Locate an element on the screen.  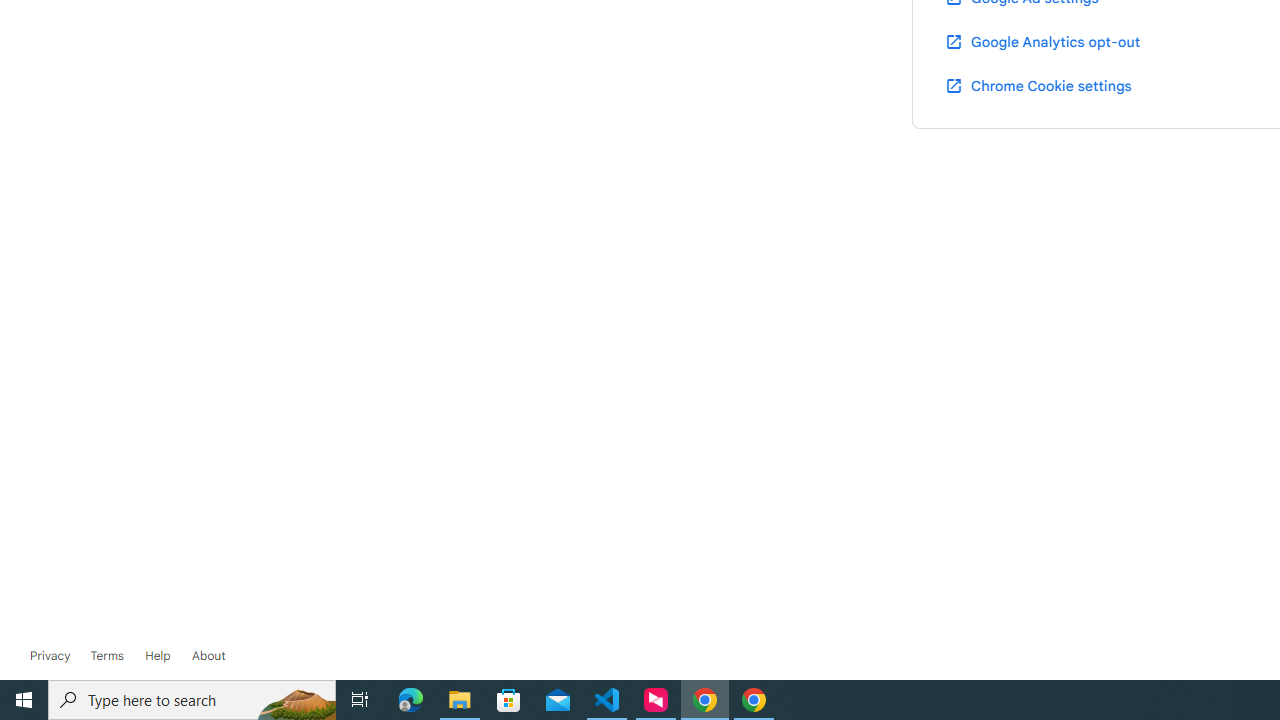
'Google Analytics opt-out' is located at coordinates (1040, 41).